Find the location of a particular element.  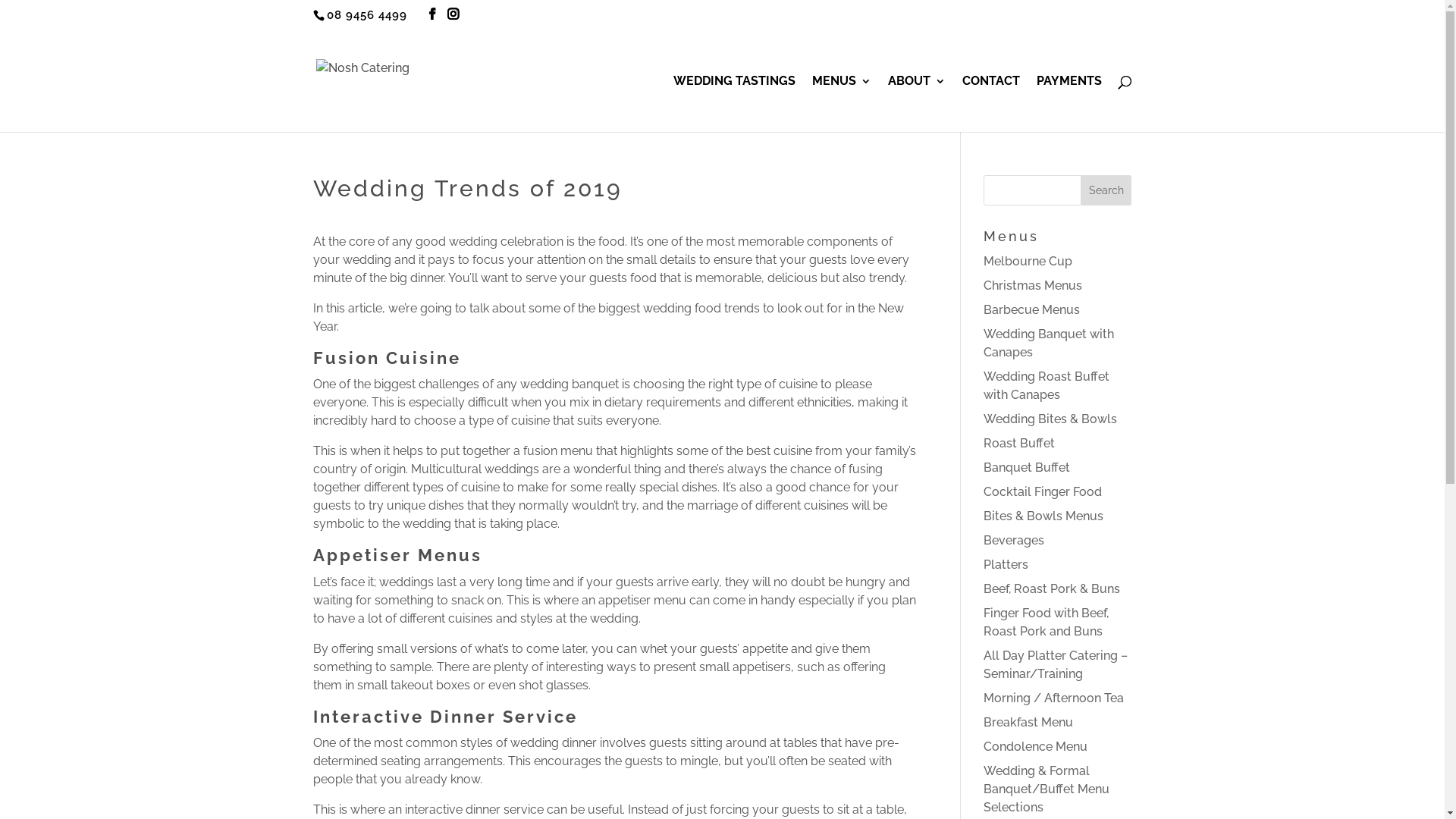

'ABOUT' is located at coordinates (915, 103).